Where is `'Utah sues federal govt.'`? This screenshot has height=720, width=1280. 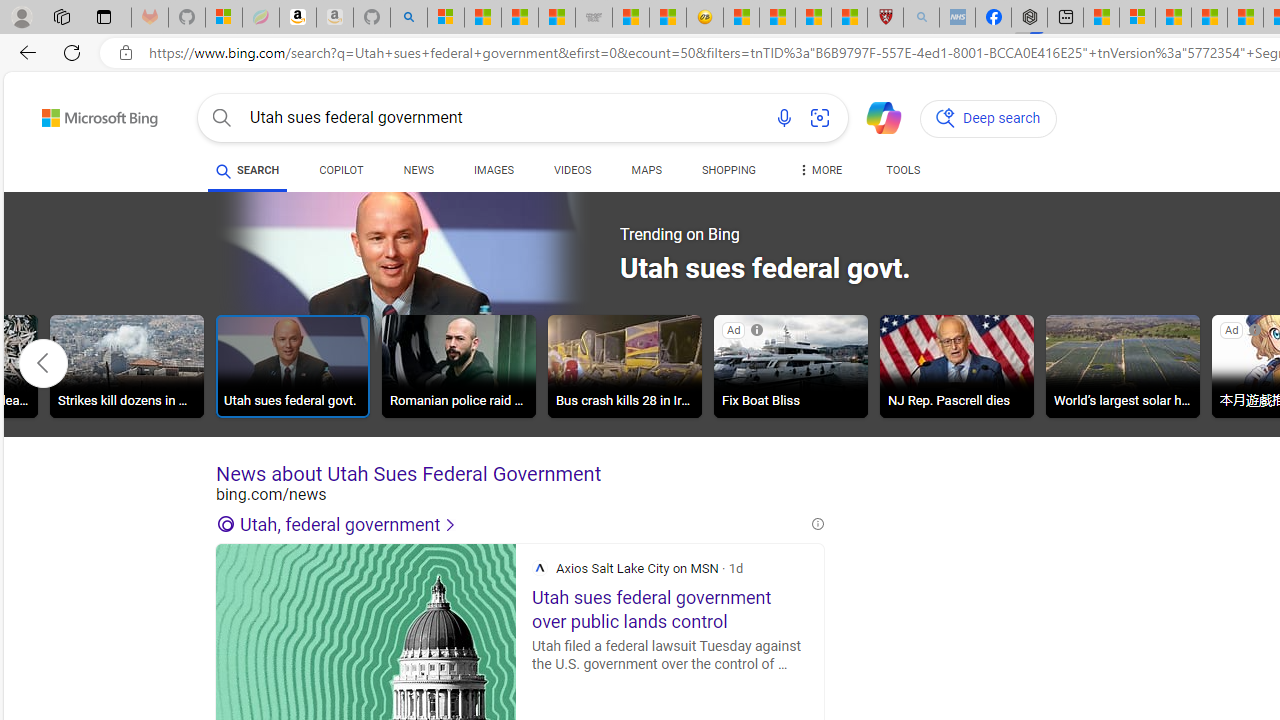 'Utah sues federal govt.' is located at coordinates (292, 369).